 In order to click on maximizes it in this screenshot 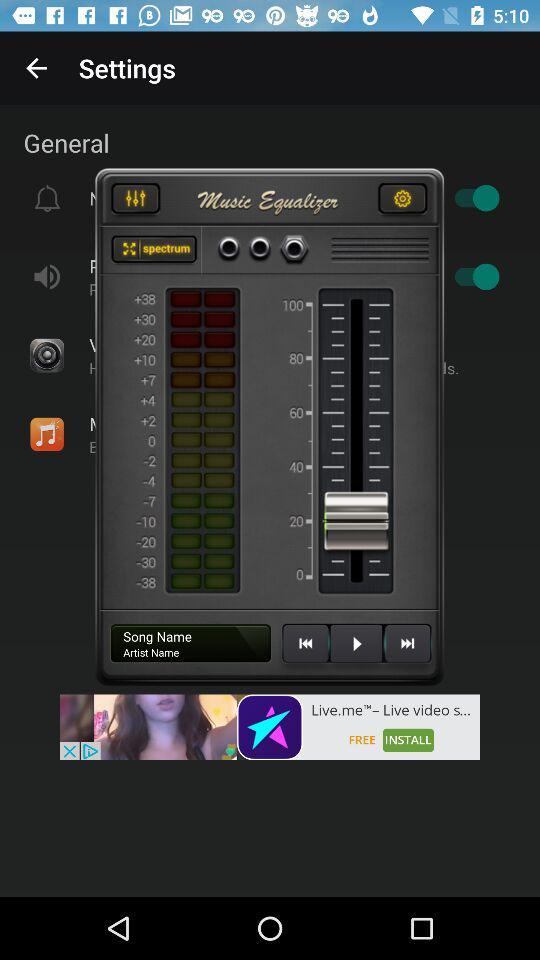, I will do `click(153, 249)`.